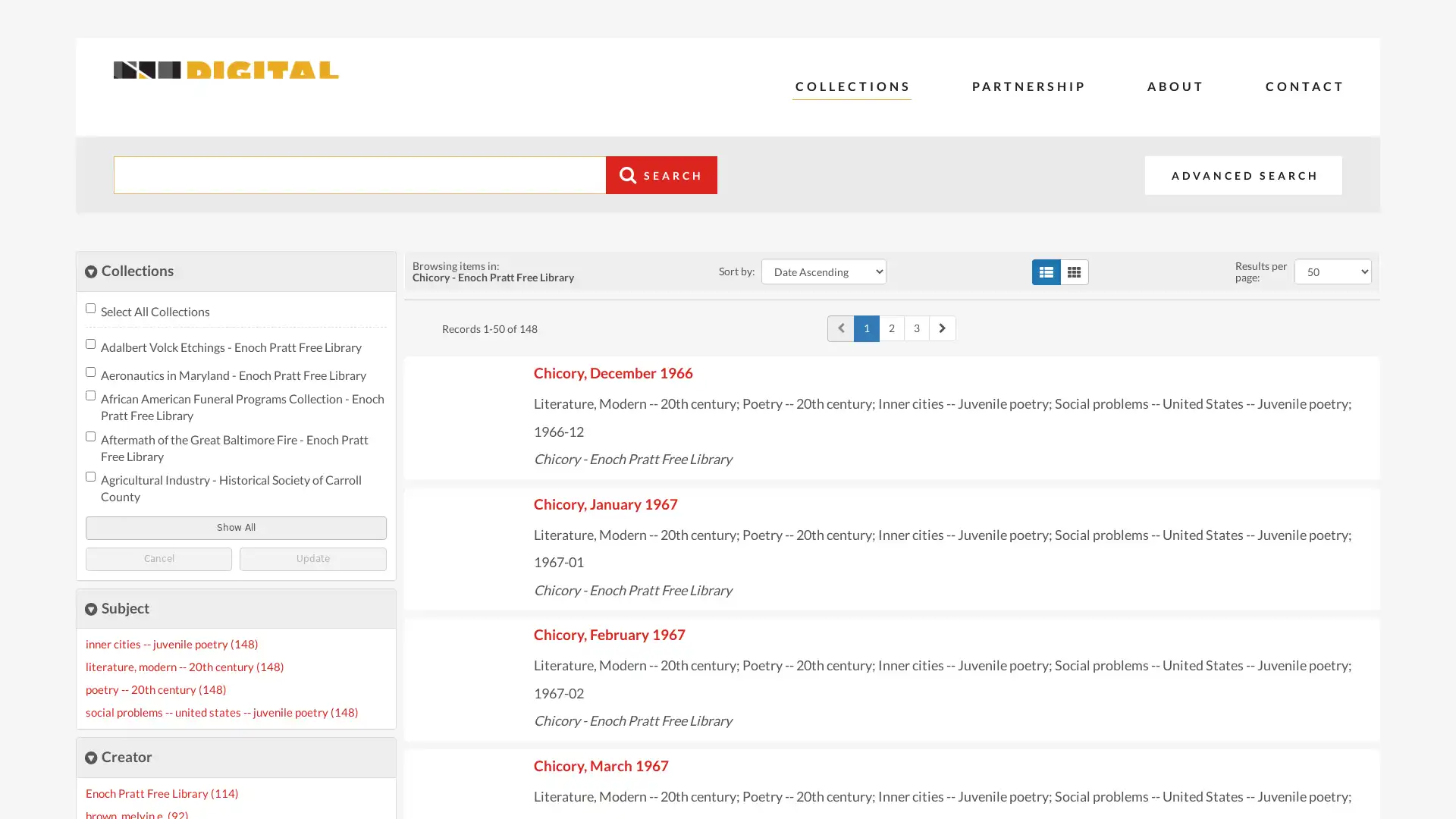  What do you see at coordinates (312, 558) in the screenshot?
I see `Update` at bounding box center [312, 558].